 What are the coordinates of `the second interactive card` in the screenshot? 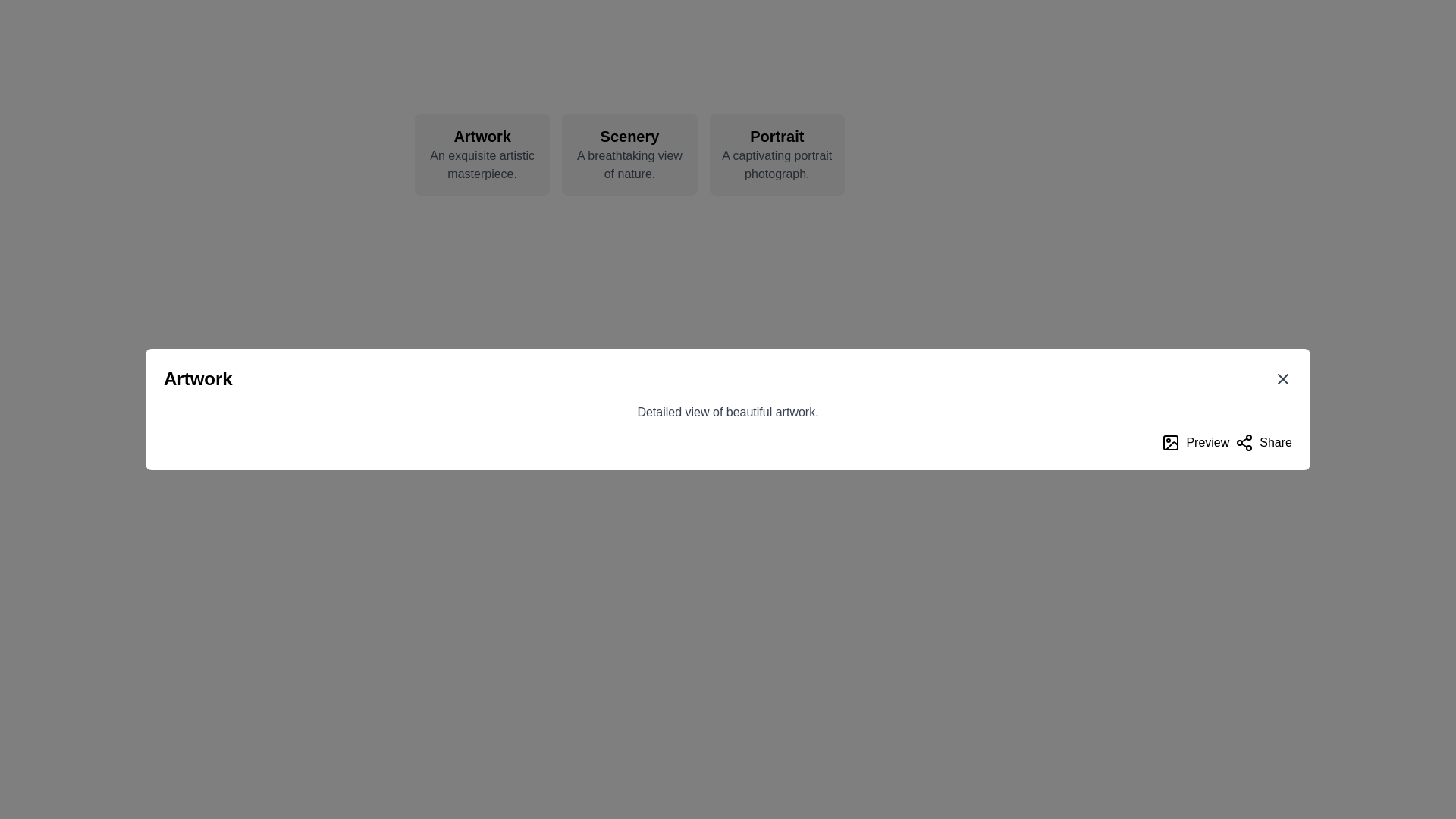 It's located at (629, 155).